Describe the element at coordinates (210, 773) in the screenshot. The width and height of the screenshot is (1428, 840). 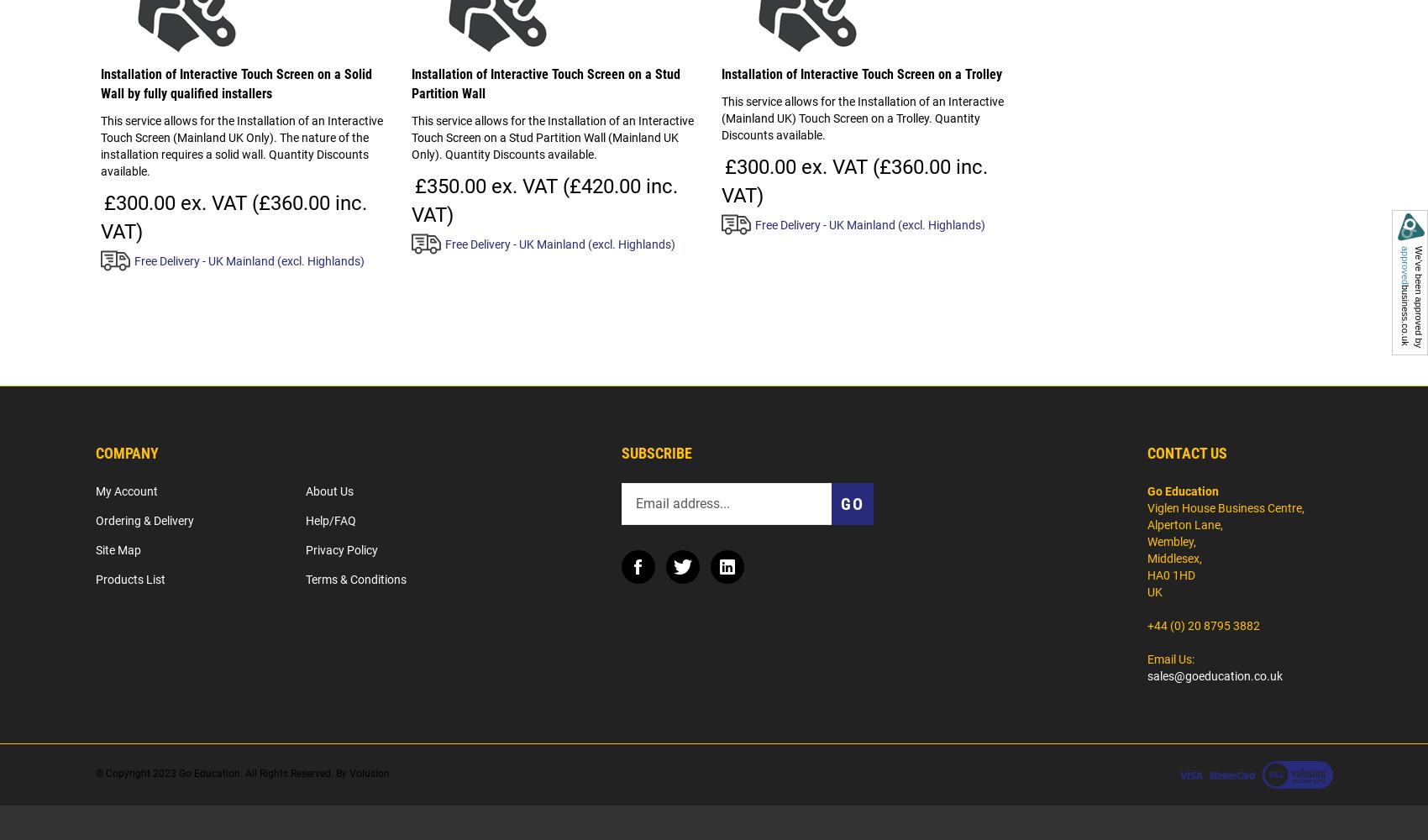
I see `'Go Education.'` at that location.